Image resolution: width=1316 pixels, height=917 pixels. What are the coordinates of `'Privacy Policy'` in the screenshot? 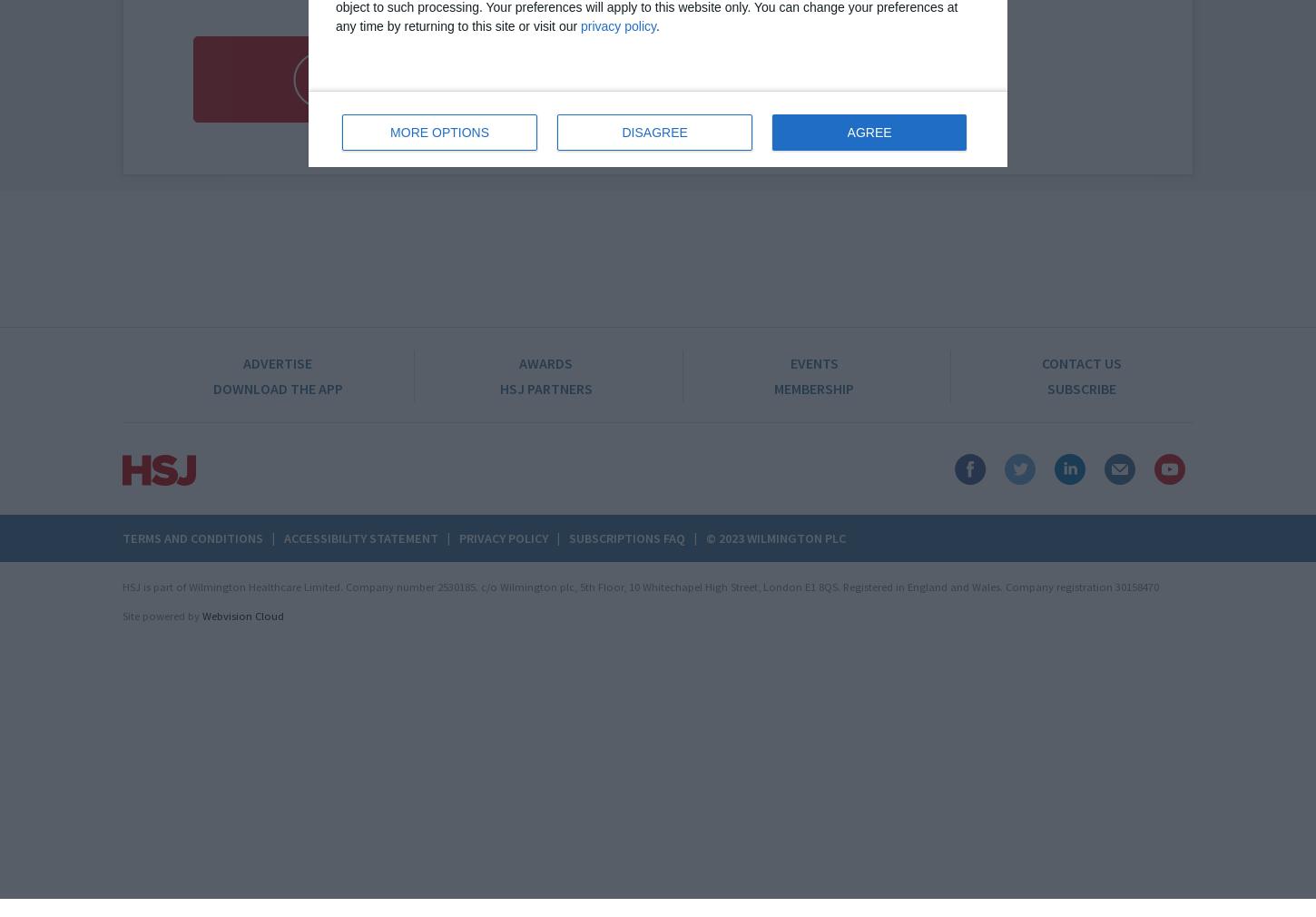 It's located at (504, 537).